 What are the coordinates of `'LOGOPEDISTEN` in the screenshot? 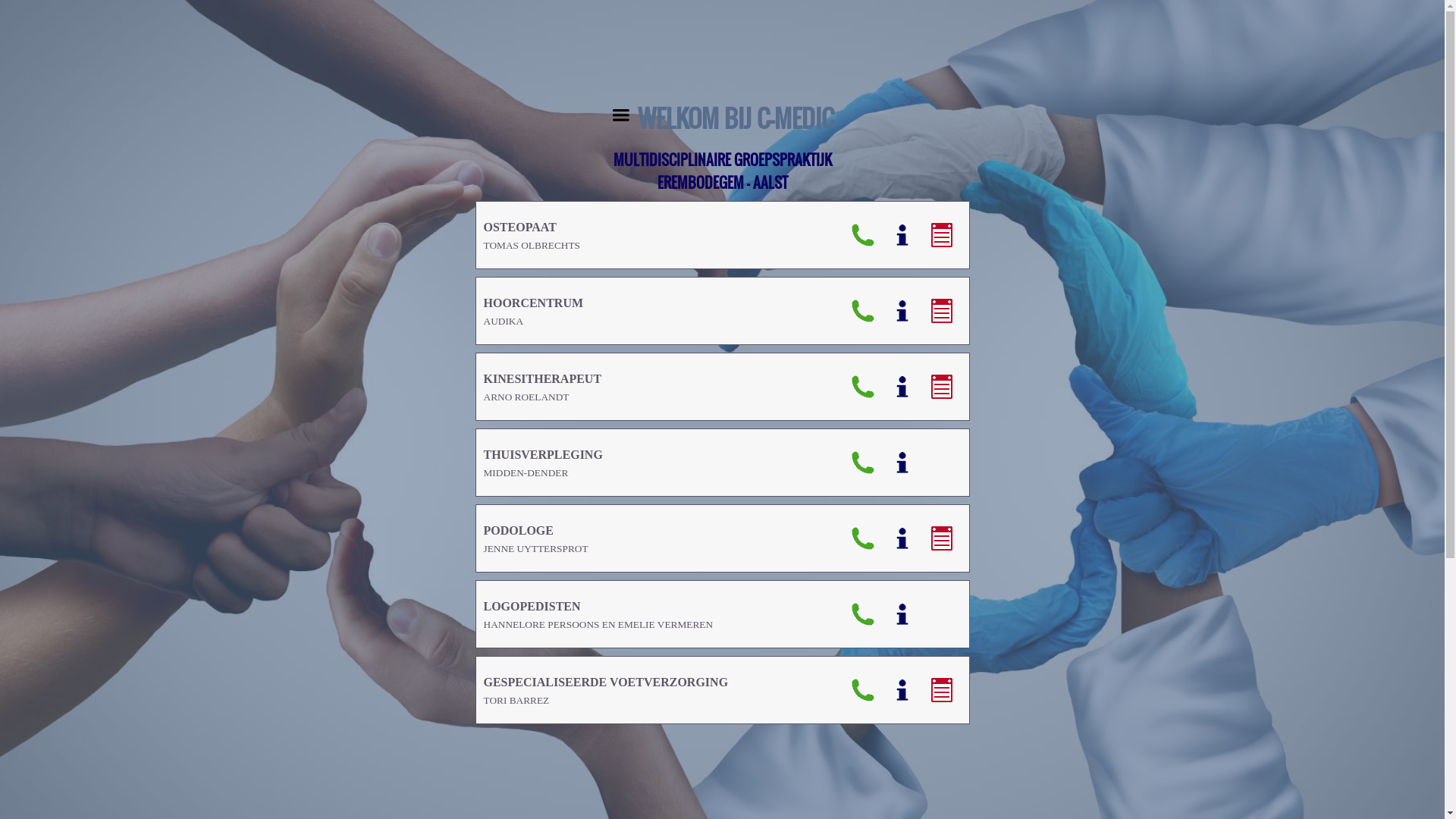 It's located at (598, 614).